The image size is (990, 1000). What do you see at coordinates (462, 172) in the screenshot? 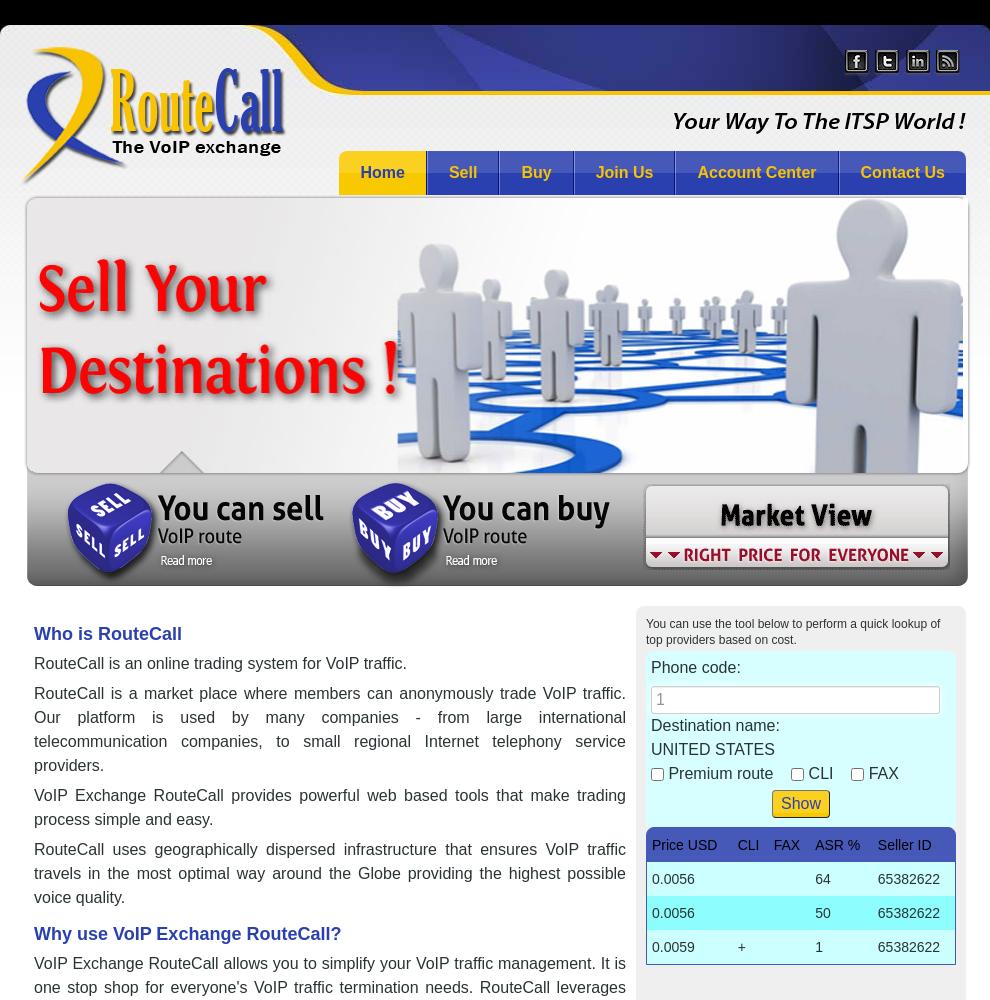
I see `'Sell'` at bounding box center [462, 172].